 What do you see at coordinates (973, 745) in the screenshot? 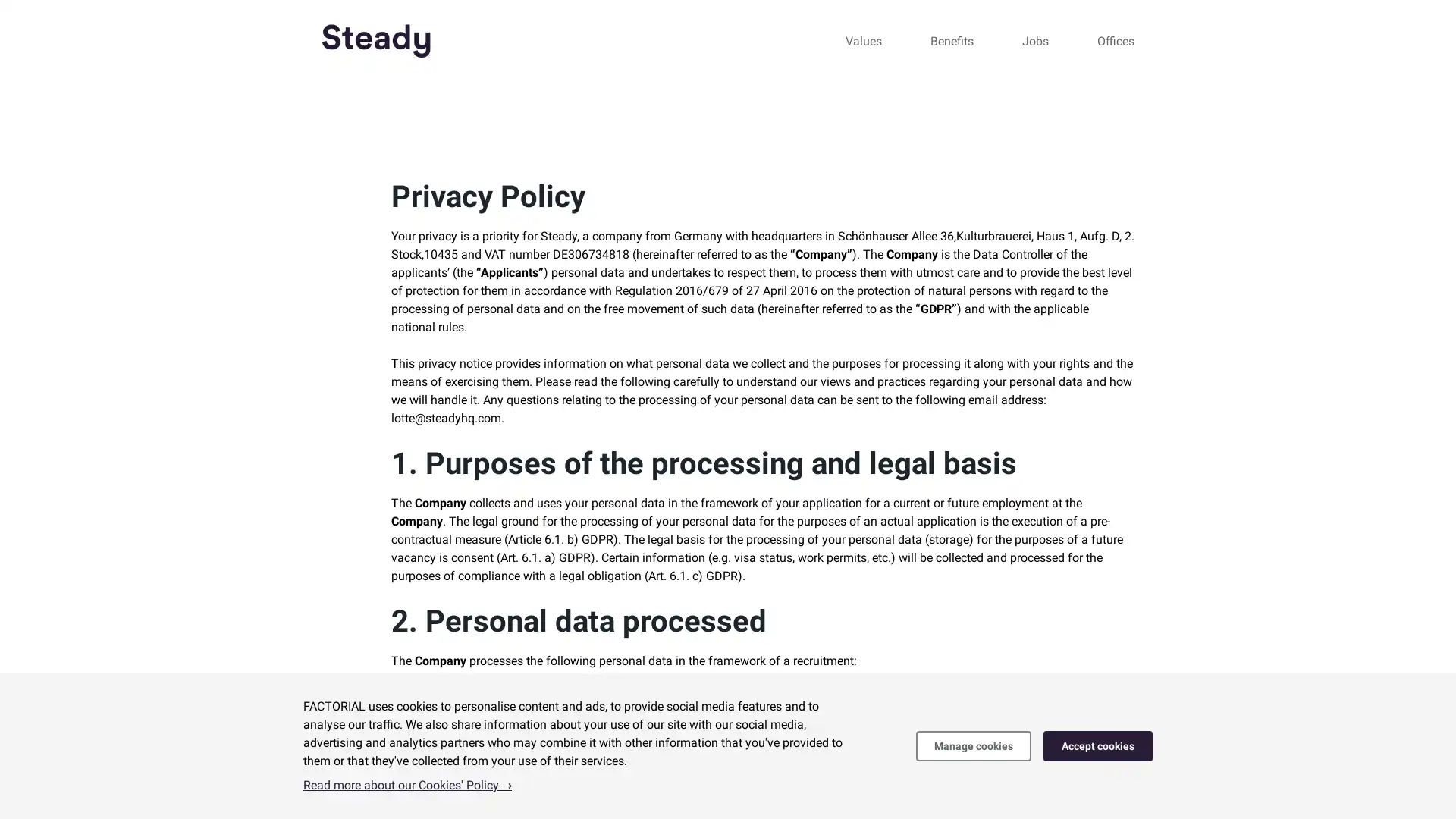
I see `Manage cookies` at bounding box center [973, 745].